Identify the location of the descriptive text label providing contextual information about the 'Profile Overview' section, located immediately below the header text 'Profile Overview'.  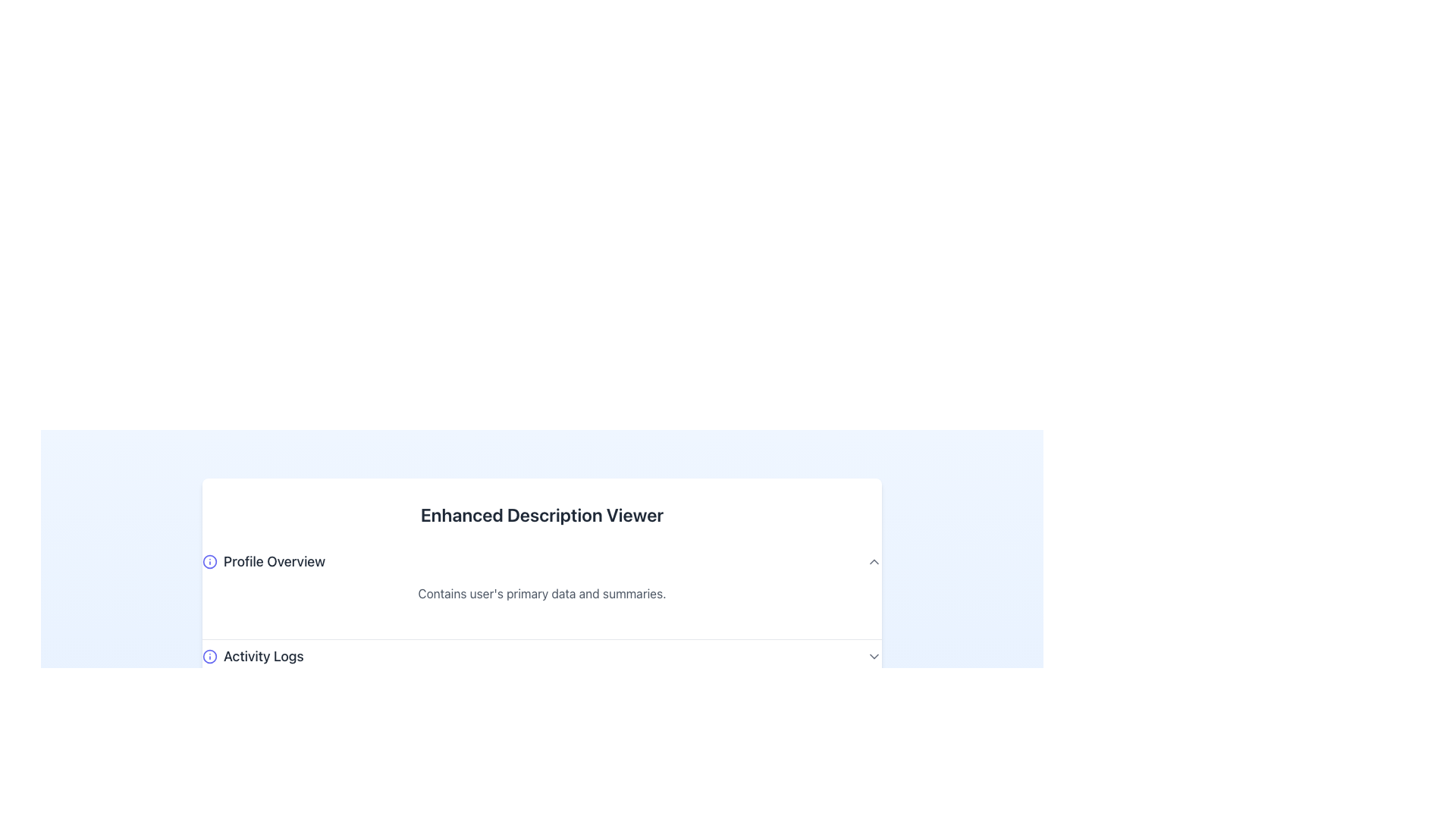
(542, 593).